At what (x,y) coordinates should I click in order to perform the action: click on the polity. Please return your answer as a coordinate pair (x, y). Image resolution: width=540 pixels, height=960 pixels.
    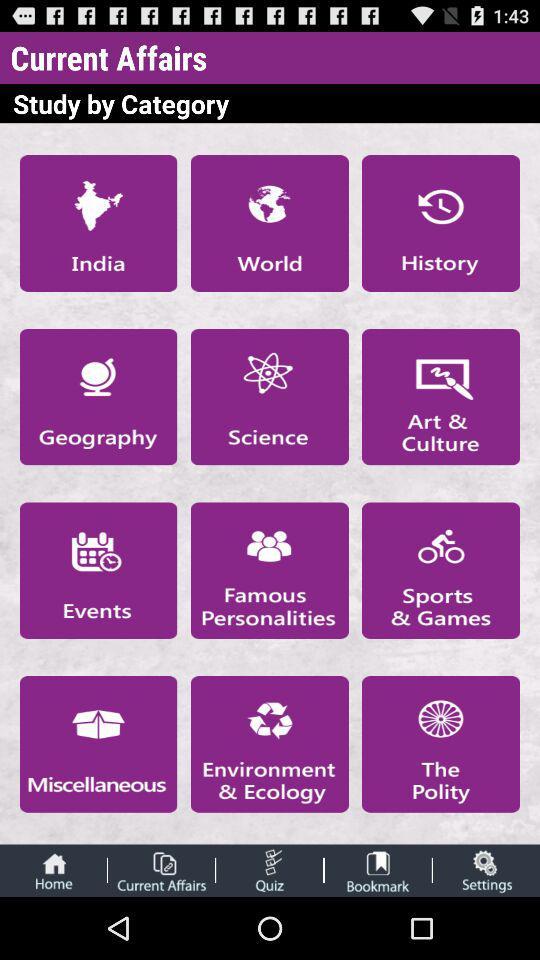
    Looking at the image, I should click on (441, 743).